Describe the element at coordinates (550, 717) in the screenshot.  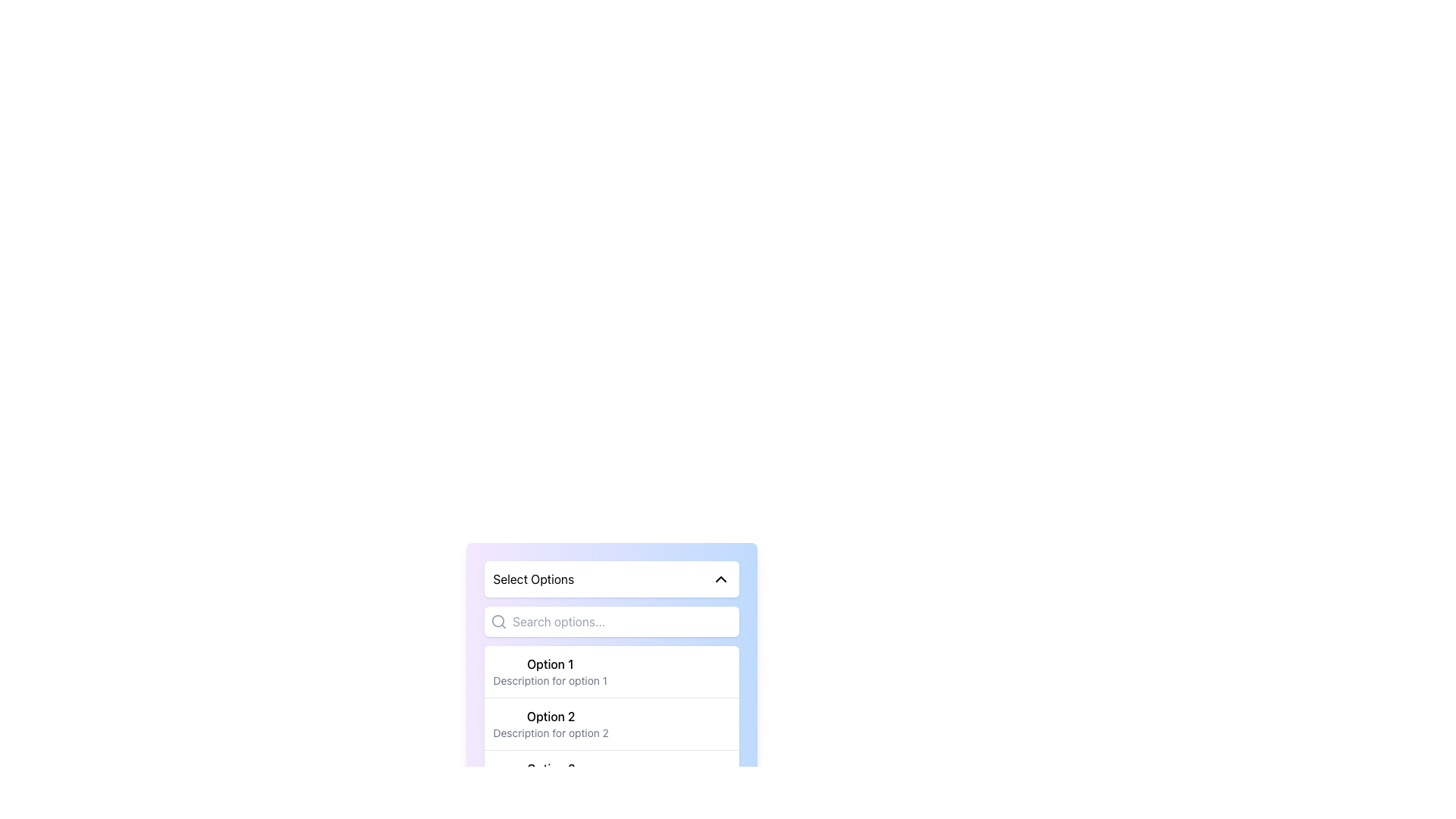
I see `the text label that reads 'Option 2', which is styled in medium font weight and black color, located in the dropdown menu interface` at that location.